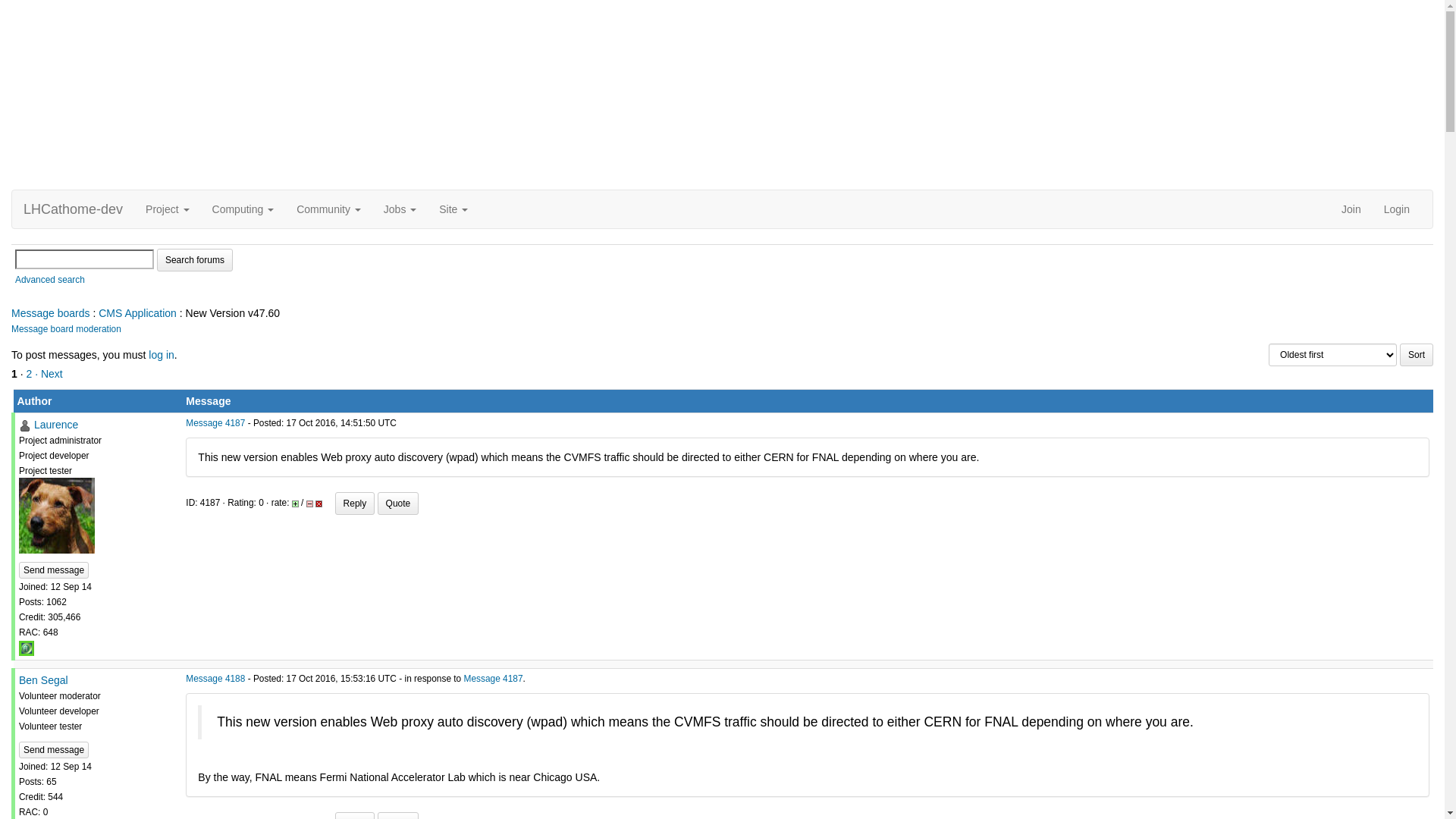  What do you see at coordinates (318, 504) in the screenshot?
I see `'Report this post as offensive'` at bounding box center [318, 504].